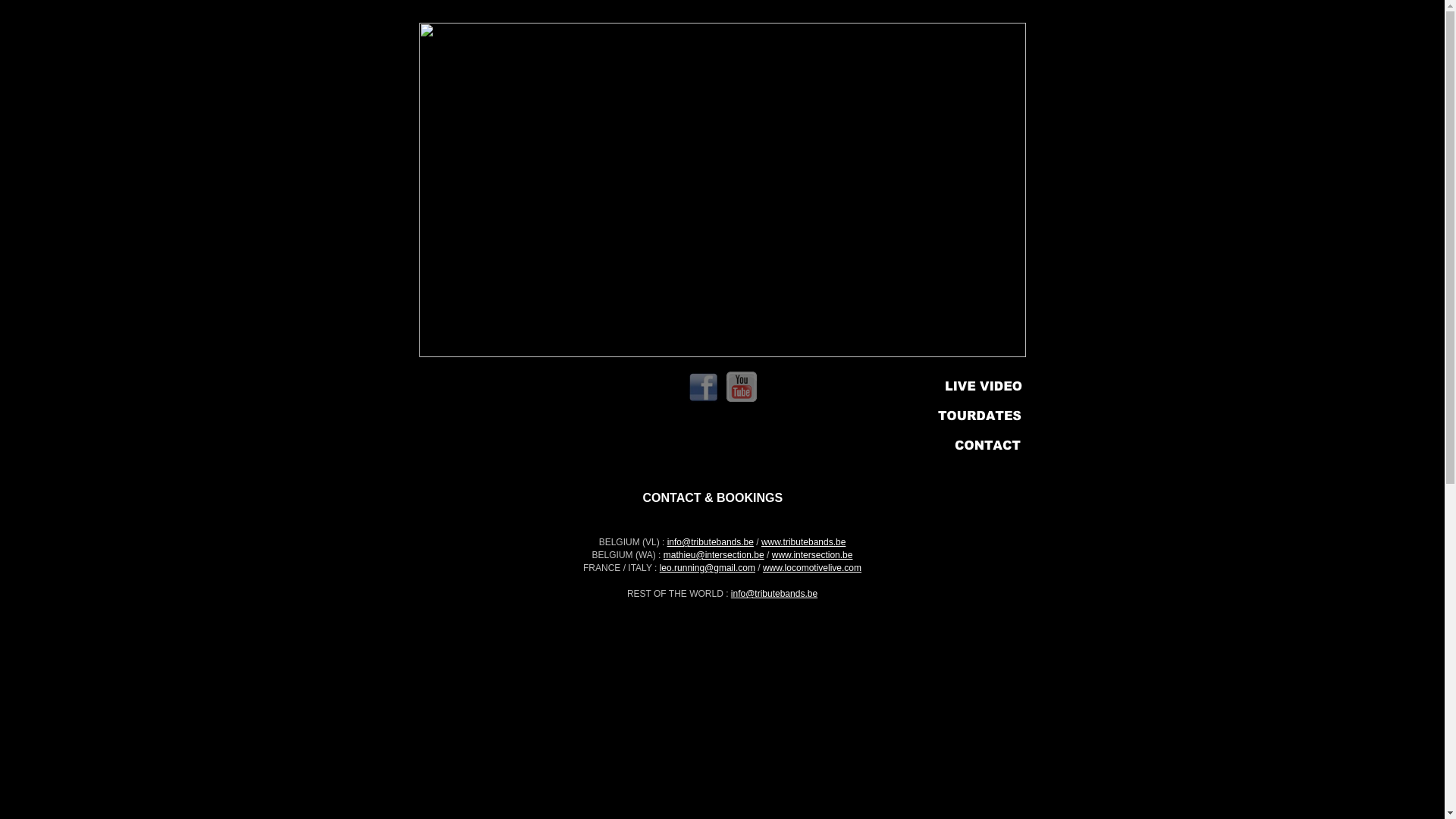 The image size is (1456, 819). What do you see at coordinates (761, 541) in the screenshot?
I see `'www.tributebands.be'` at bounding box center [761, 541].